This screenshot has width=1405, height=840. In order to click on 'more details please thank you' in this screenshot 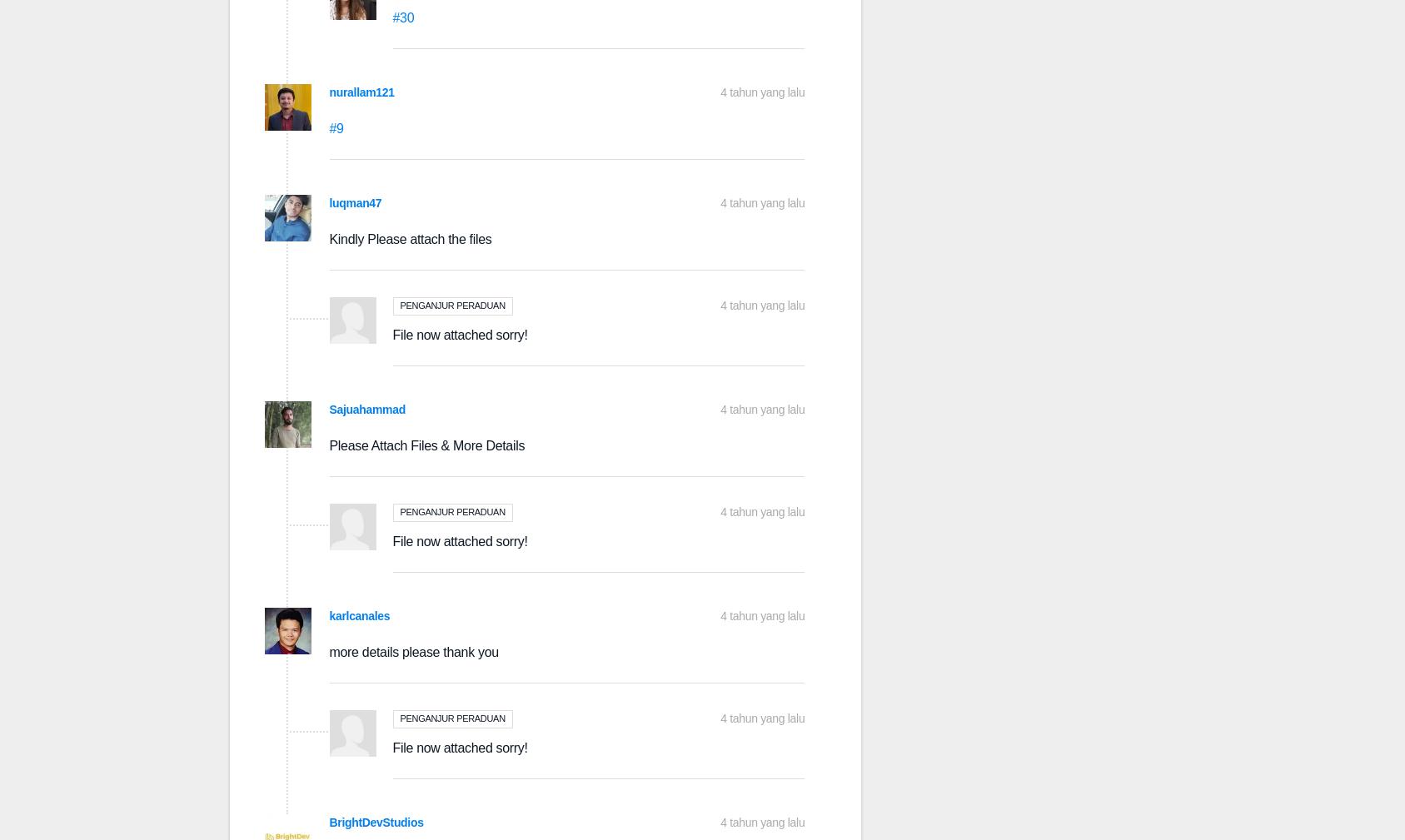, I will do `click(412, 652)`.